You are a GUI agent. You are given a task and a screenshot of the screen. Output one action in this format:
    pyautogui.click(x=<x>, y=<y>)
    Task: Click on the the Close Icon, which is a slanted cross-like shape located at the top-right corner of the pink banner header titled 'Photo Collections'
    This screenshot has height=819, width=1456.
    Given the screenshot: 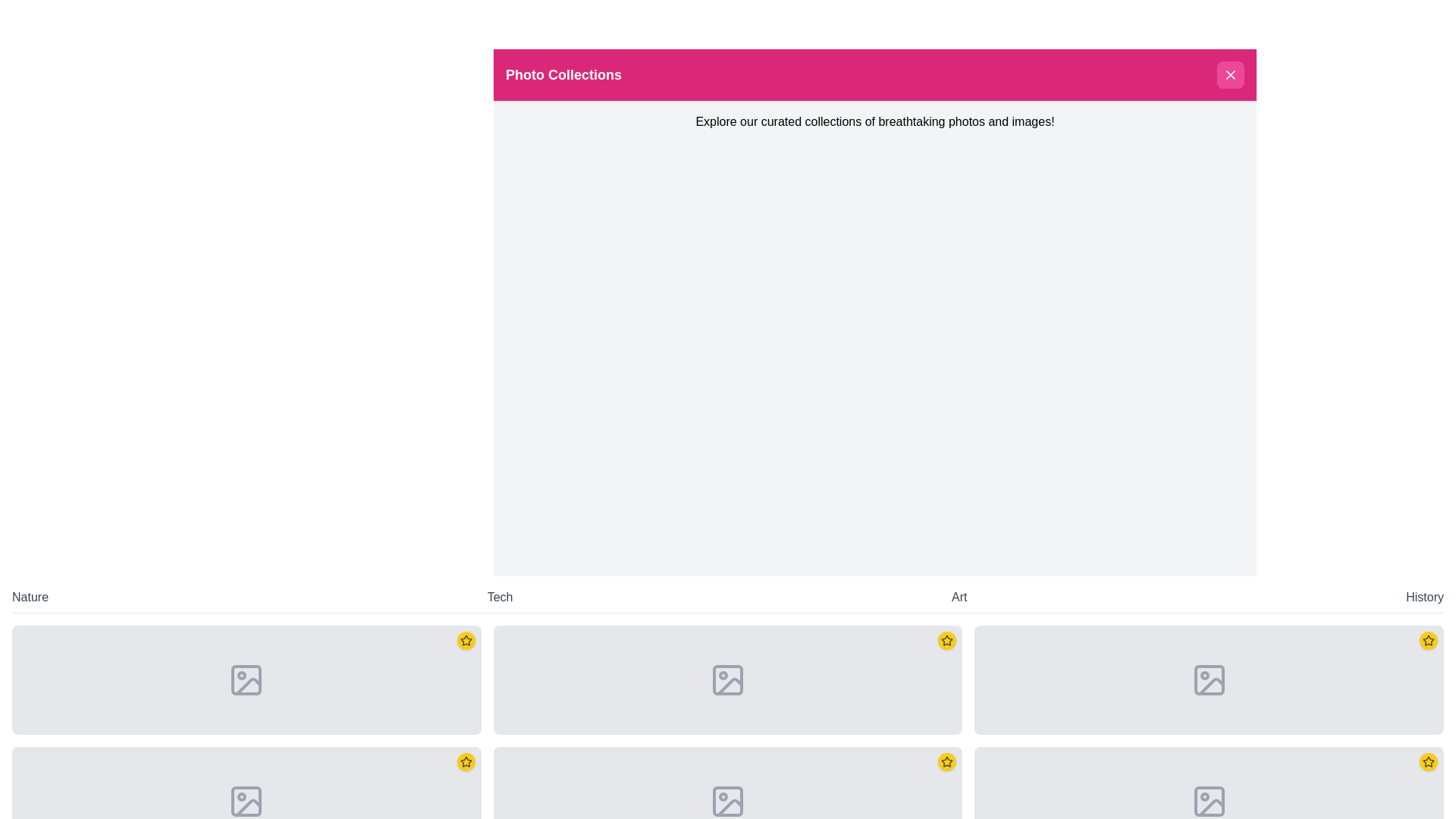 What is the action you would take?
    pyautogui.click(x=1230, y=75)
    